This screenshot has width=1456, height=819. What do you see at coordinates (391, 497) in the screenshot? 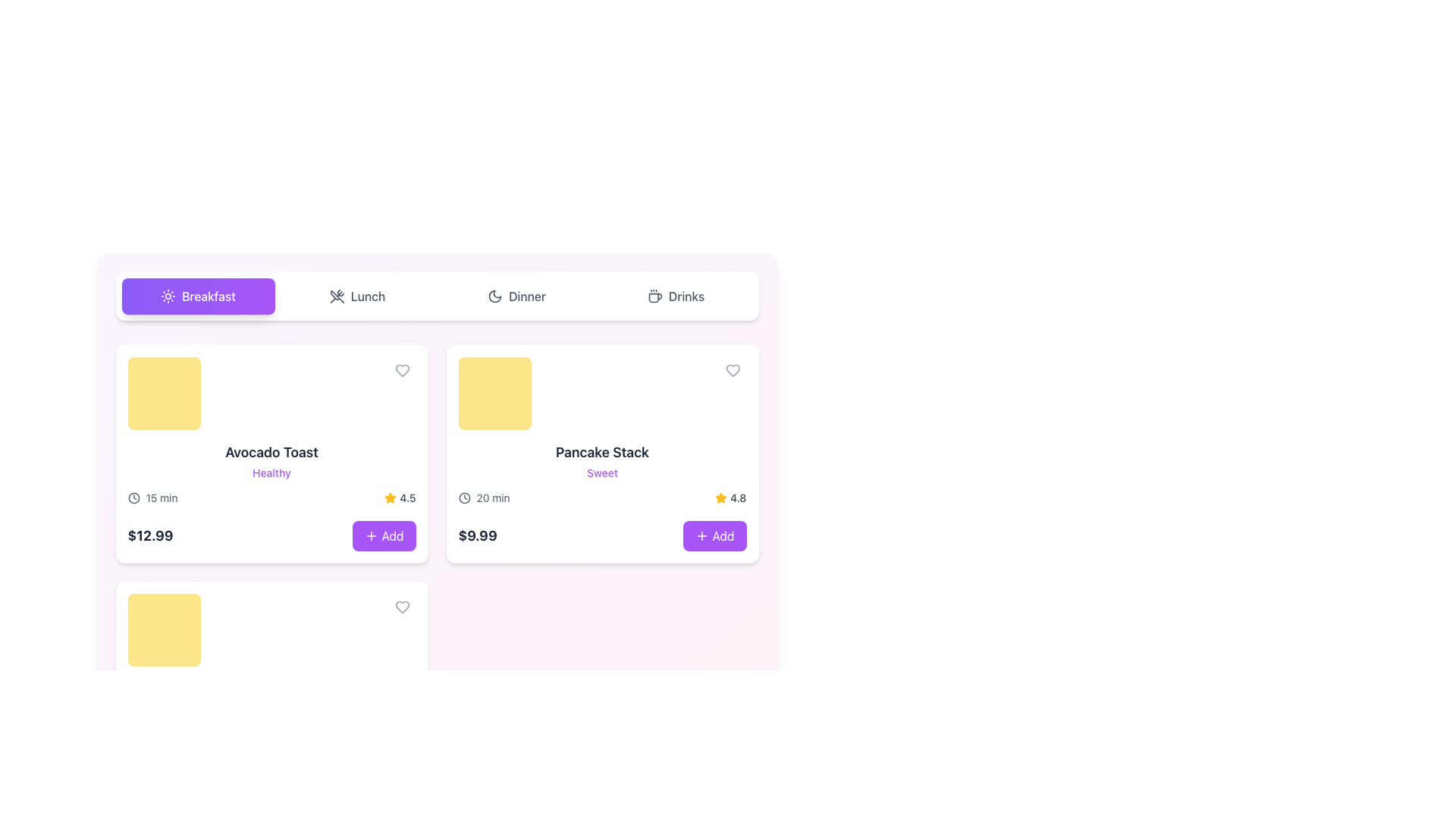
I see `the yellow star icon, which serves as a rating indicator for the 'Pancake Stack' item, positioned to the right of the item's title and aligned with the rating number '4.8'` at bounding box center [391, 497].